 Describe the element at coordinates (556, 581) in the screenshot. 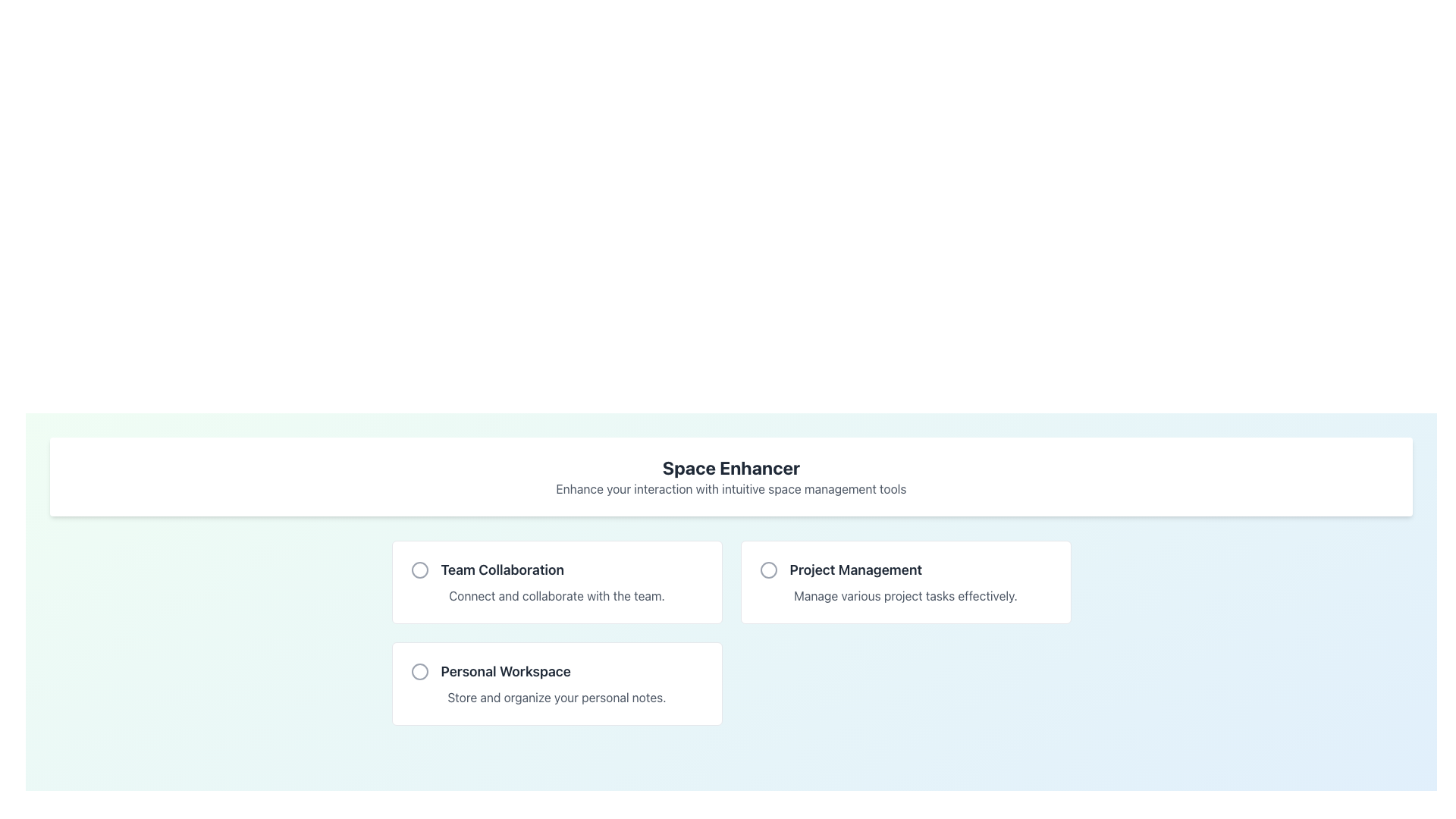

I see `first selectable card option in the grid of three cards, which represents a feature related to team collaboration` at that location.